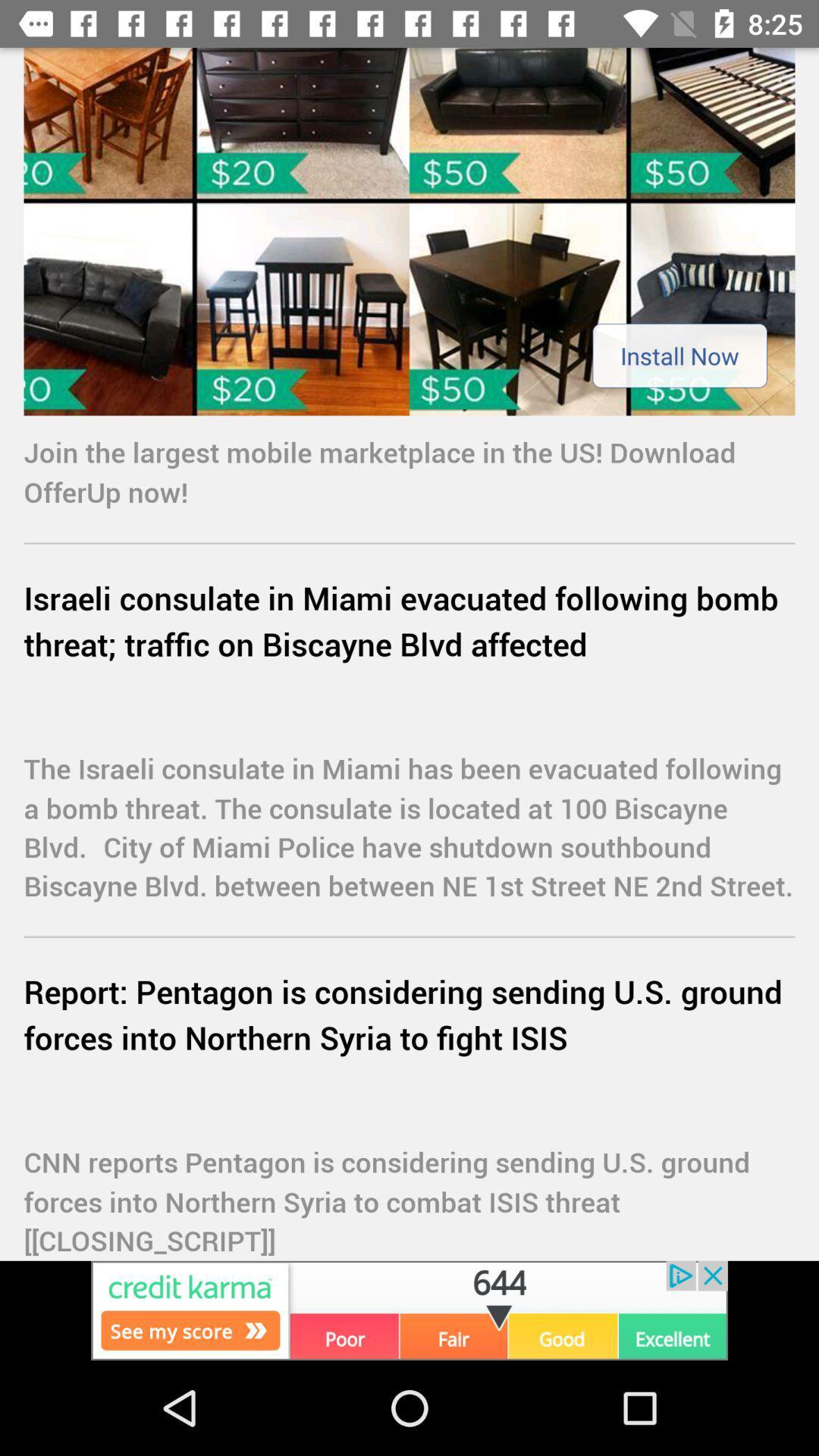 This screenshot has width=819, height=1456. What do you see at coordinates (409, 231) in the screenshot?
I see `advertisement link` at bounding box center [409, 231].